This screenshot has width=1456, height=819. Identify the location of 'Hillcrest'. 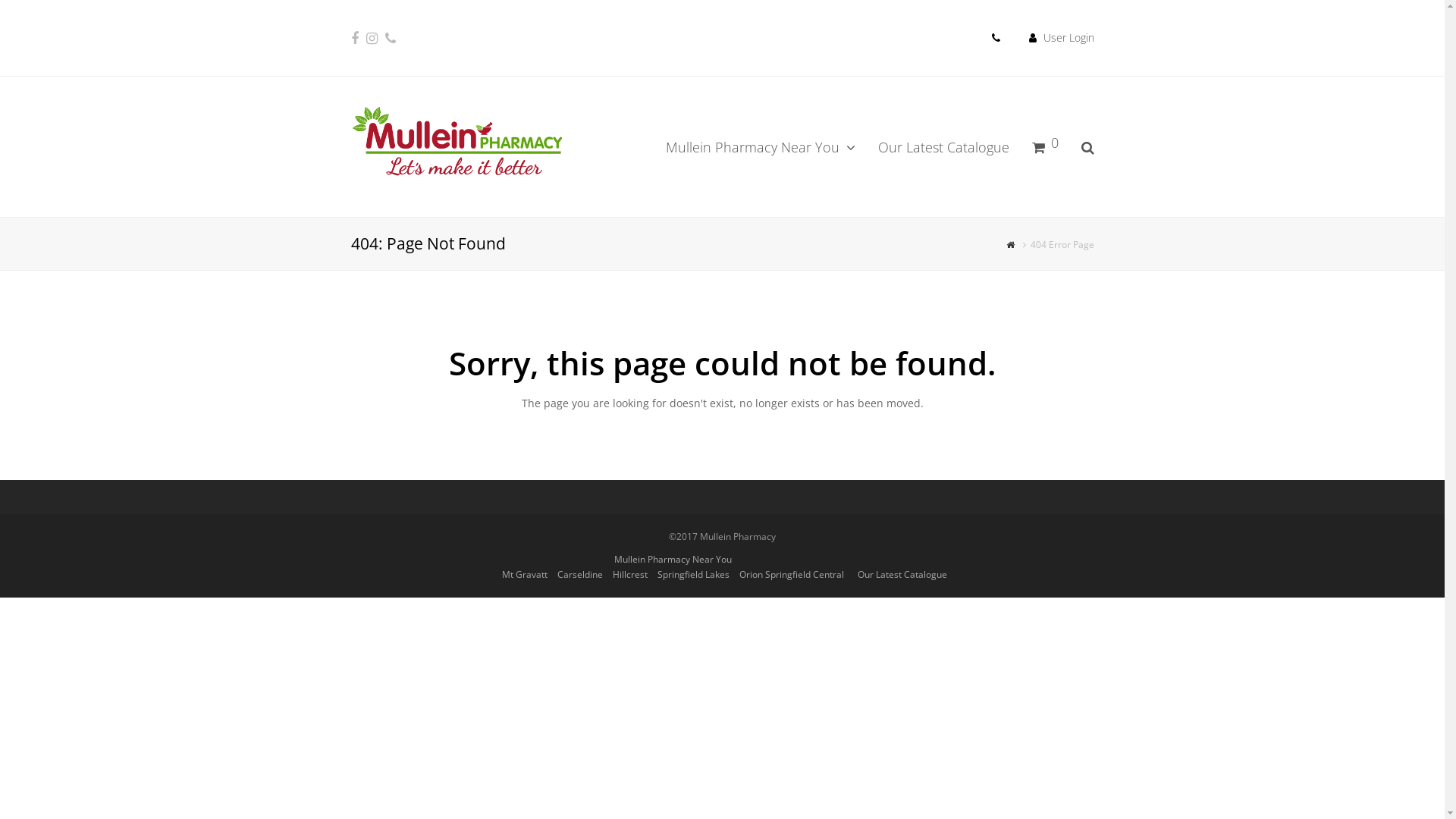
(612, 574).